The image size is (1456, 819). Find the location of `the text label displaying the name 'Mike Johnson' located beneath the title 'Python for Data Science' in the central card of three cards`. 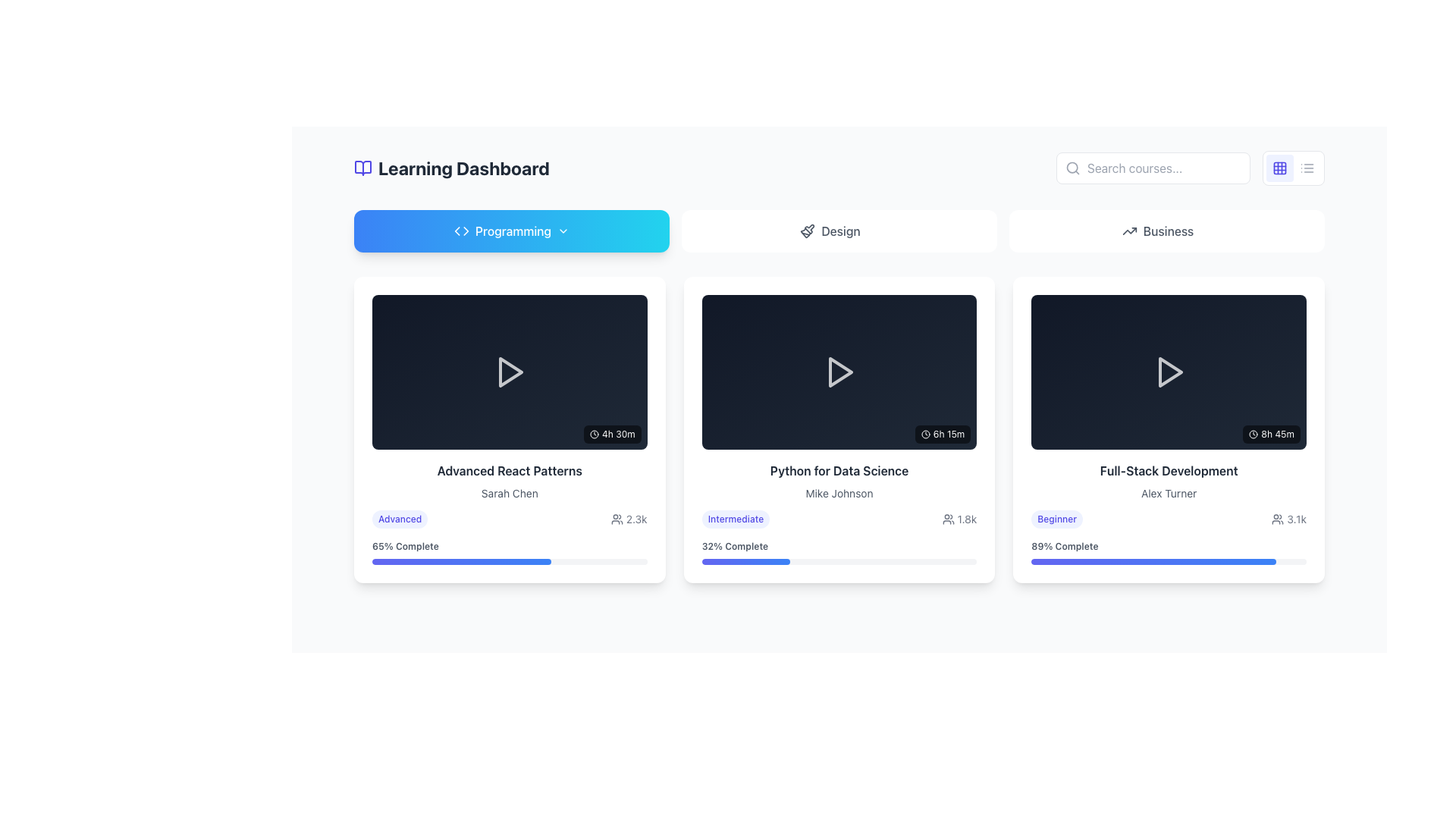

the text label displaying the name 'Mike Johnson' located beneath the title 'Python for Data Science' in the central card of three cards is located at coordinates (839, 494).